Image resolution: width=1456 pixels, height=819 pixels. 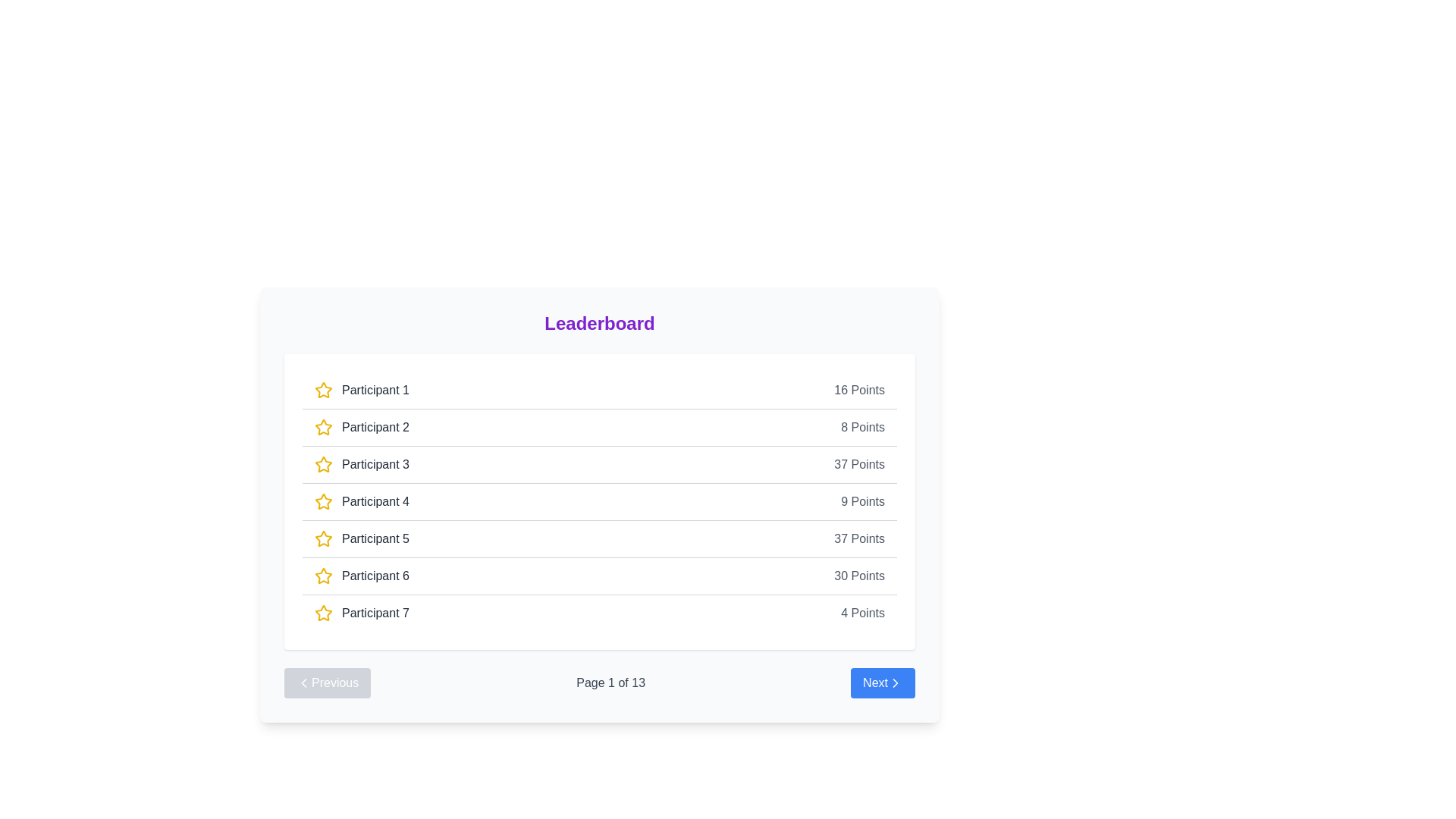 I want to click on the chevron-right icon located at the bottom-right corner of the leaderboard interface, so click(x=895, y=683).